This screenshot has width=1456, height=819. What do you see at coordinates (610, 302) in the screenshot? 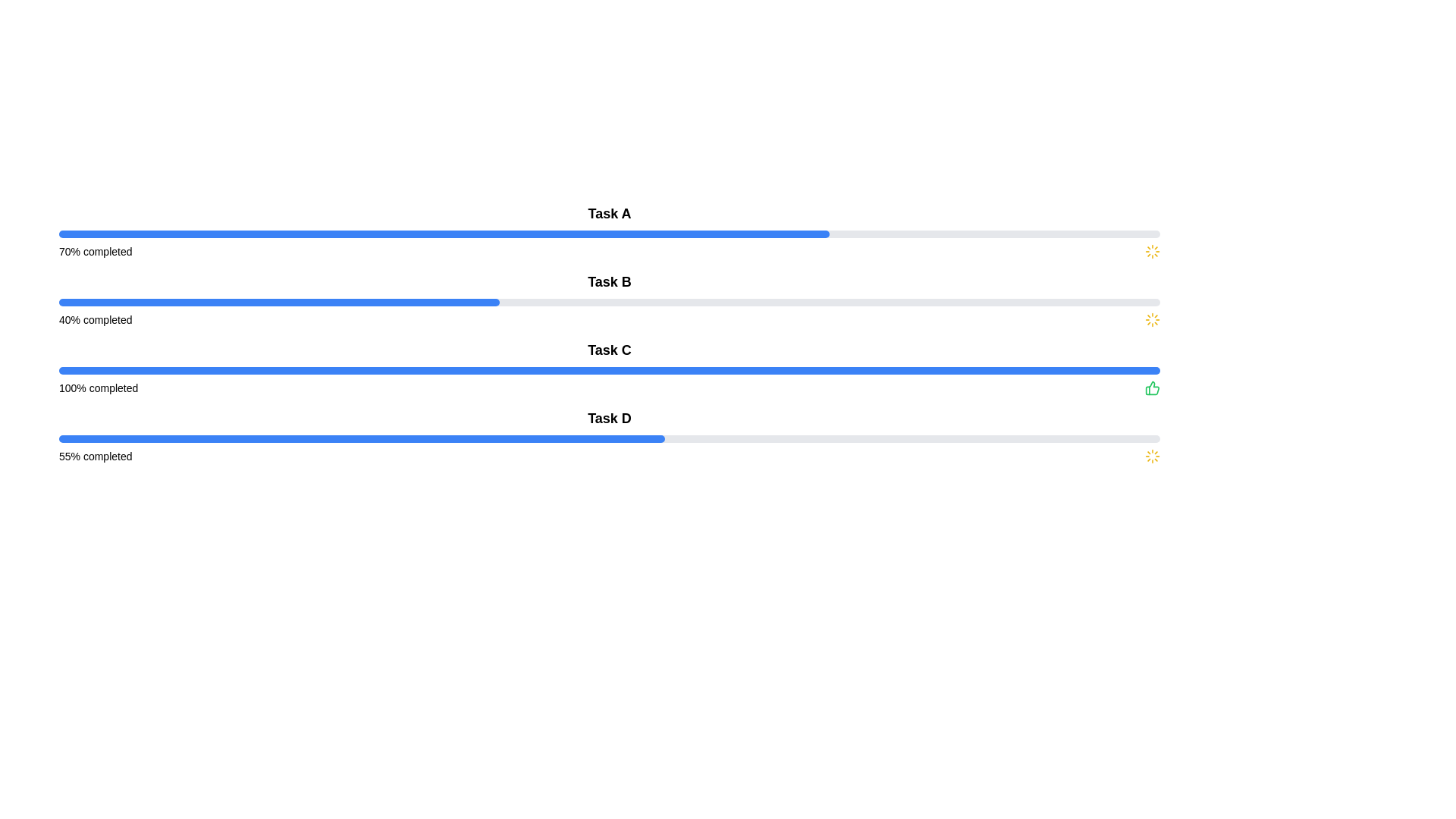
I see `the progress bar indicating 40% completion located under the text 'Task B' in the task list` at bounding box center [610, 302].